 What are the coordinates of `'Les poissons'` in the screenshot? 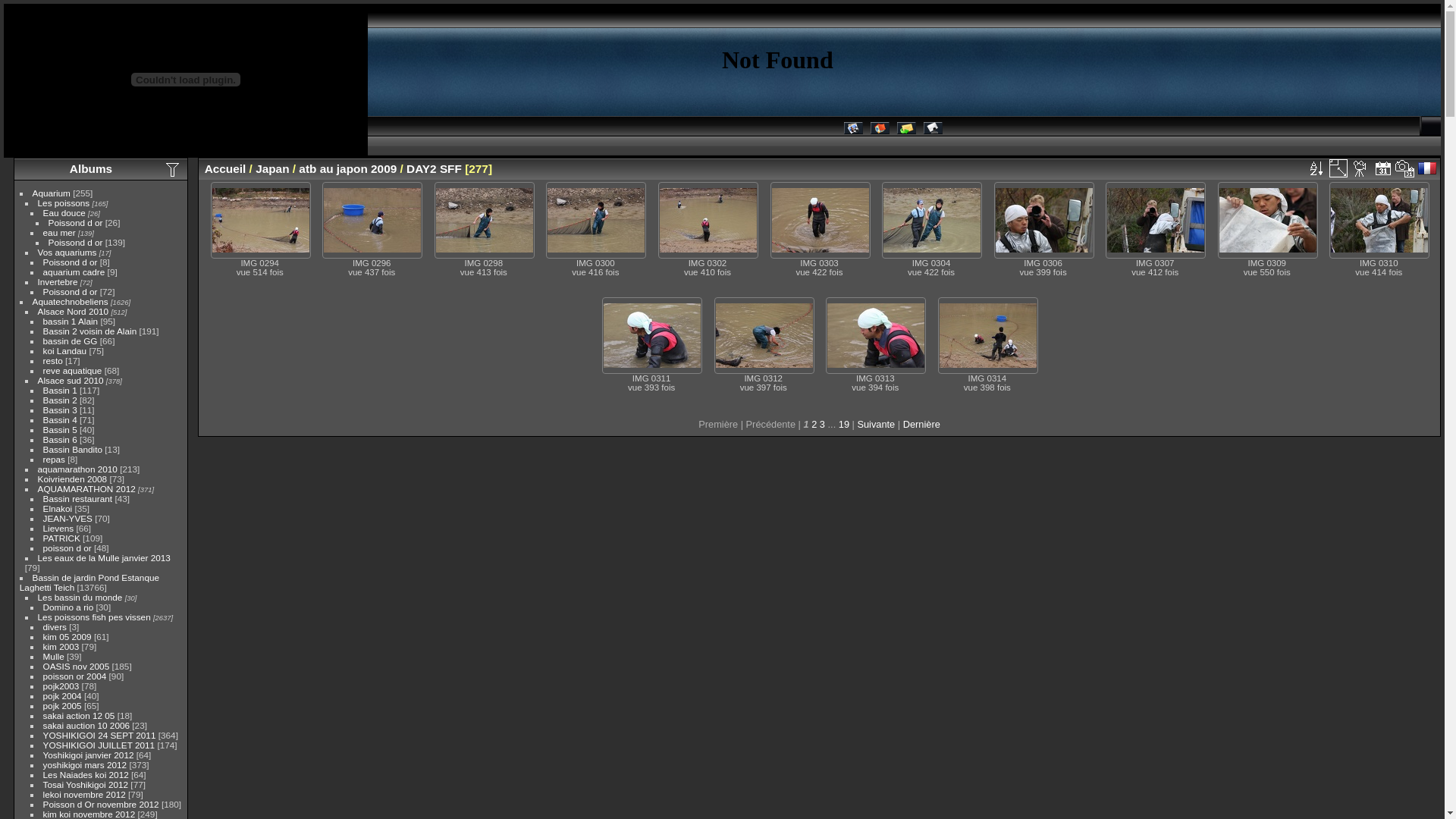 It's located at (63, 202).